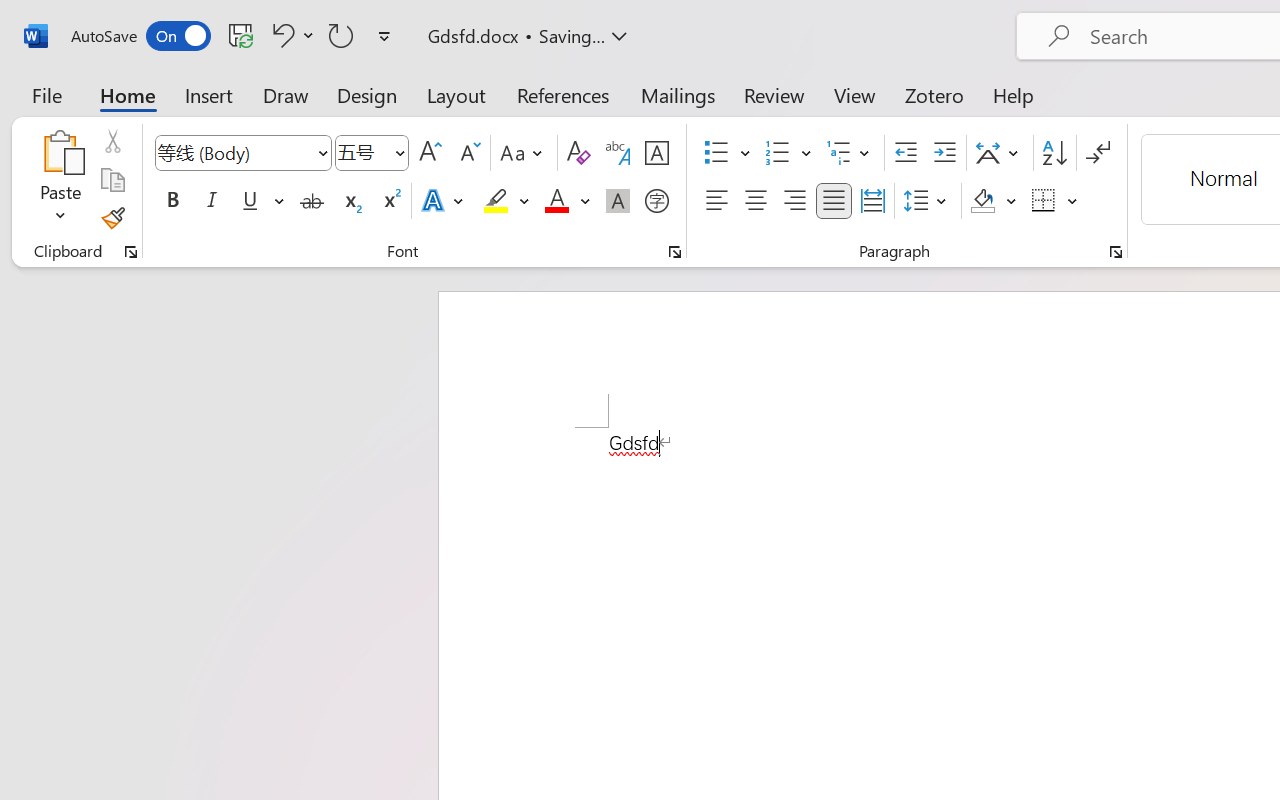 The height and width of the screenshot is (800, 1280). I want to click on 'Increase Indent', so click(943, 153).